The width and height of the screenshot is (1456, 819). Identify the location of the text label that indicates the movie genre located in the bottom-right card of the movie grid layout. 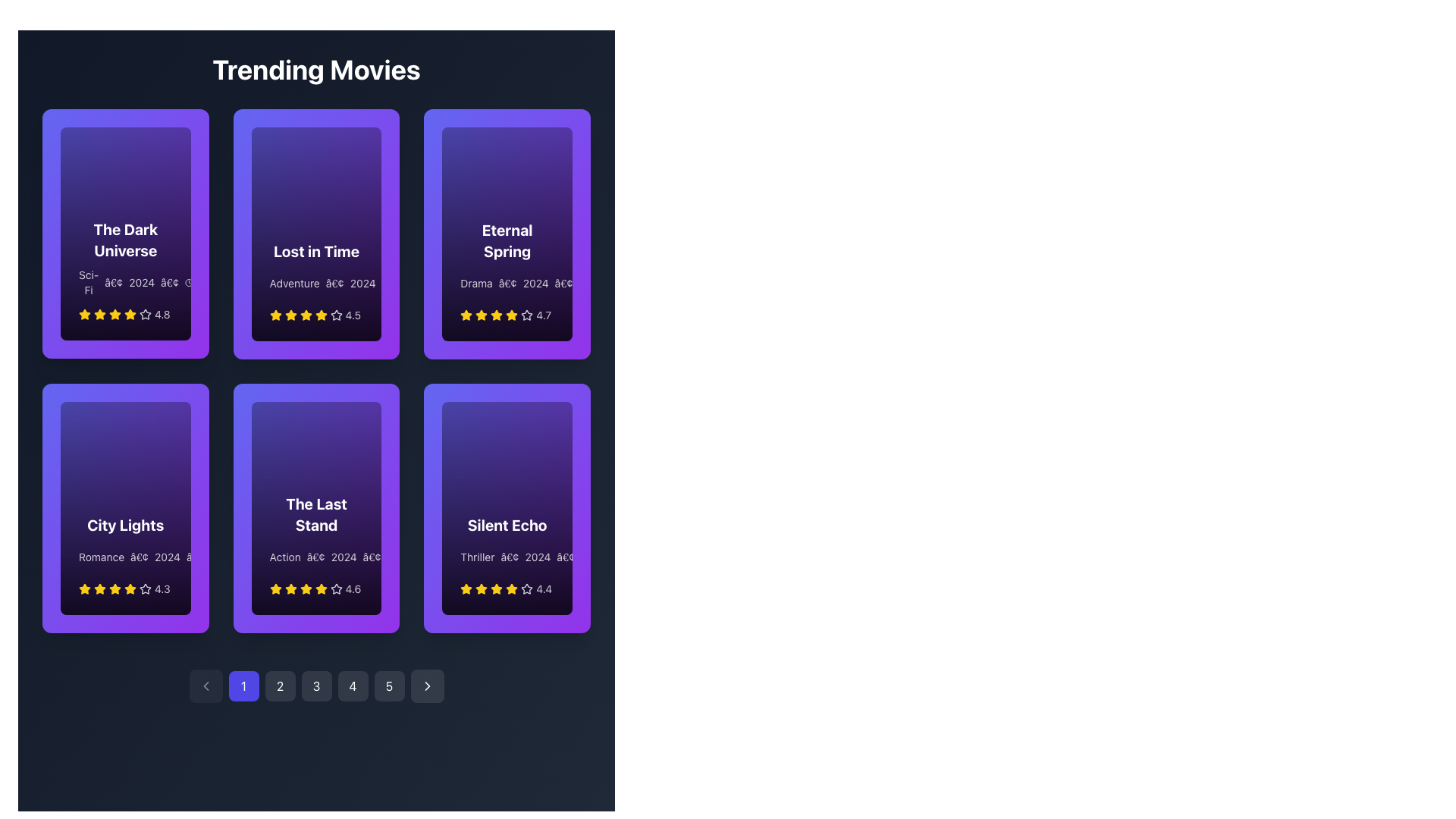
(476, 557).